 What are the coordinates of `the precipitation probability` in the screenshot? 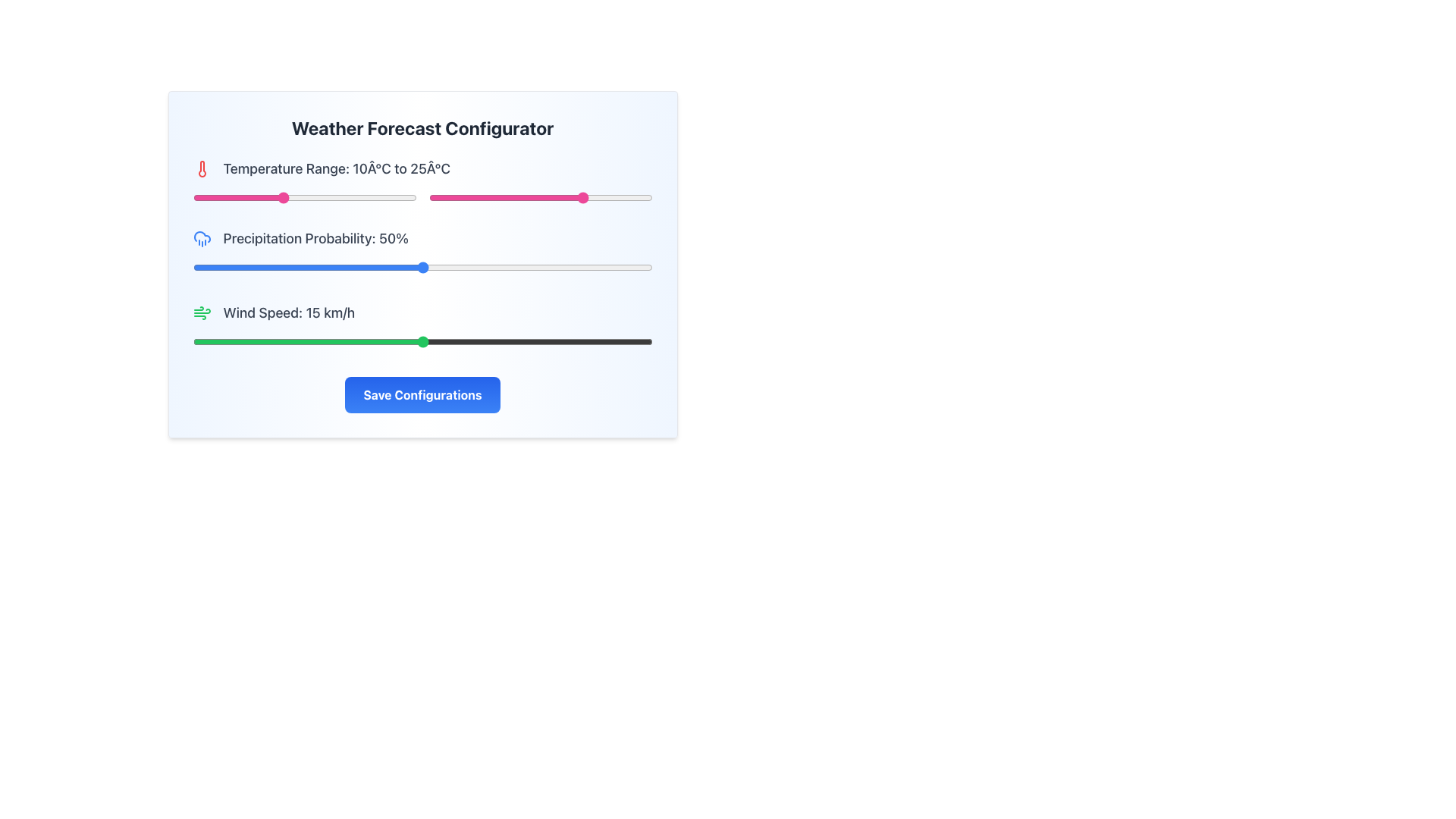 It's located at (280, 267).